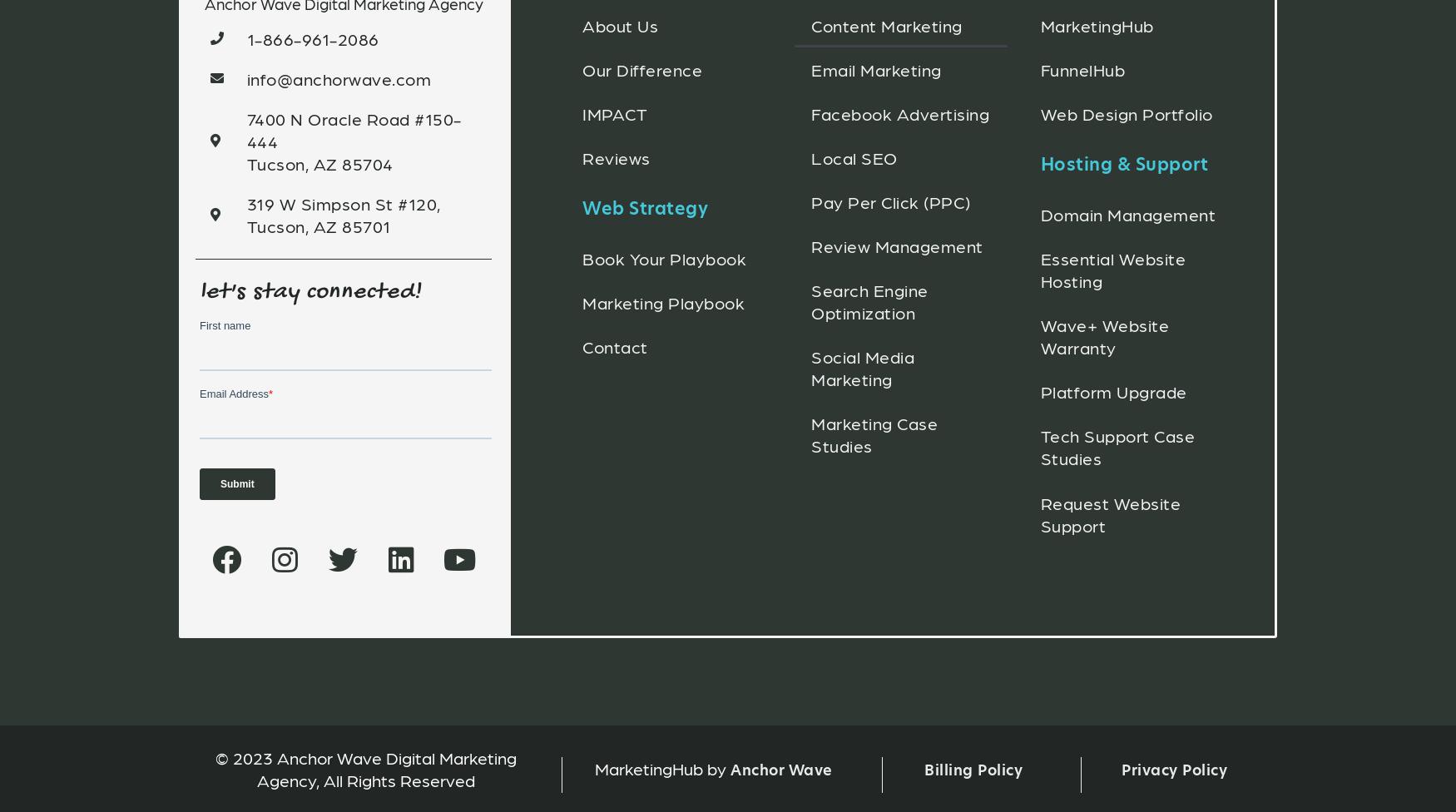 The height and width of the screenshot is (812, 1456). Describe the element at coordinates (1117, 446) in the screenshot. I see `'Tech Support Case Studies'` at that location.